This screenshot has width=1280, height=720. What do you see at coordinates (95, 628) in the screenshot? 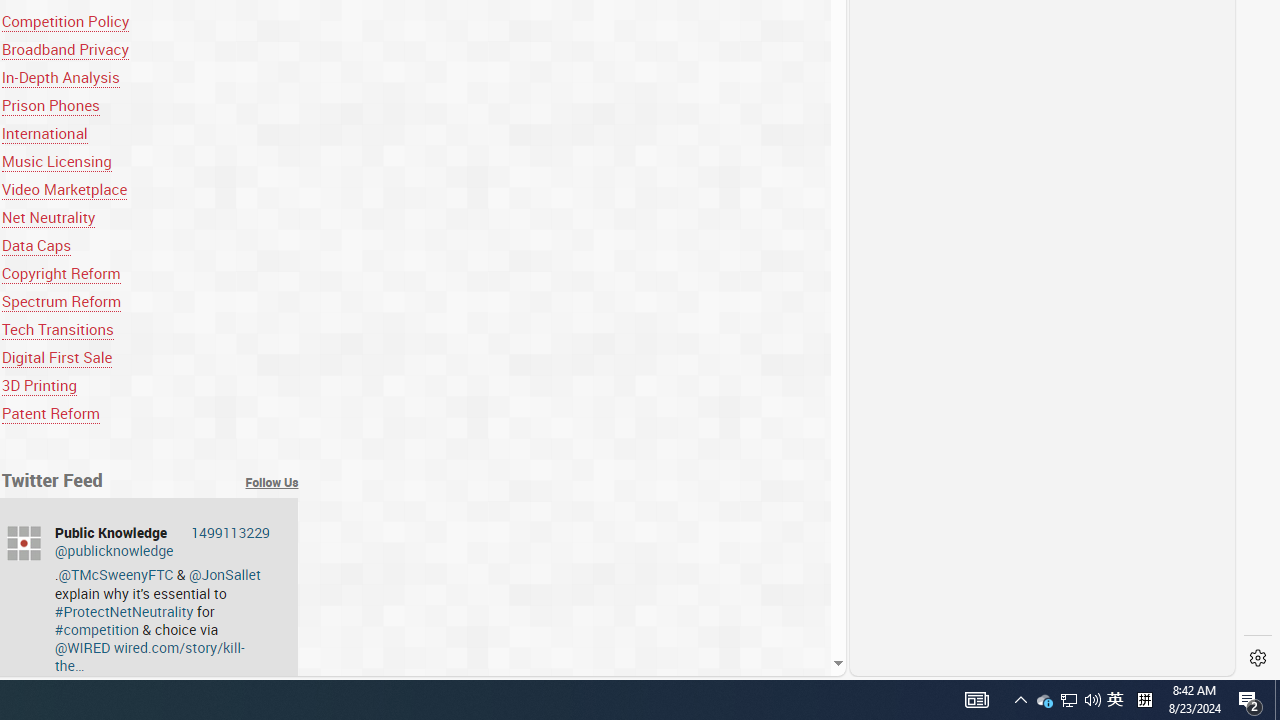
I see `'#competition'` at bounding box center [95, 628].